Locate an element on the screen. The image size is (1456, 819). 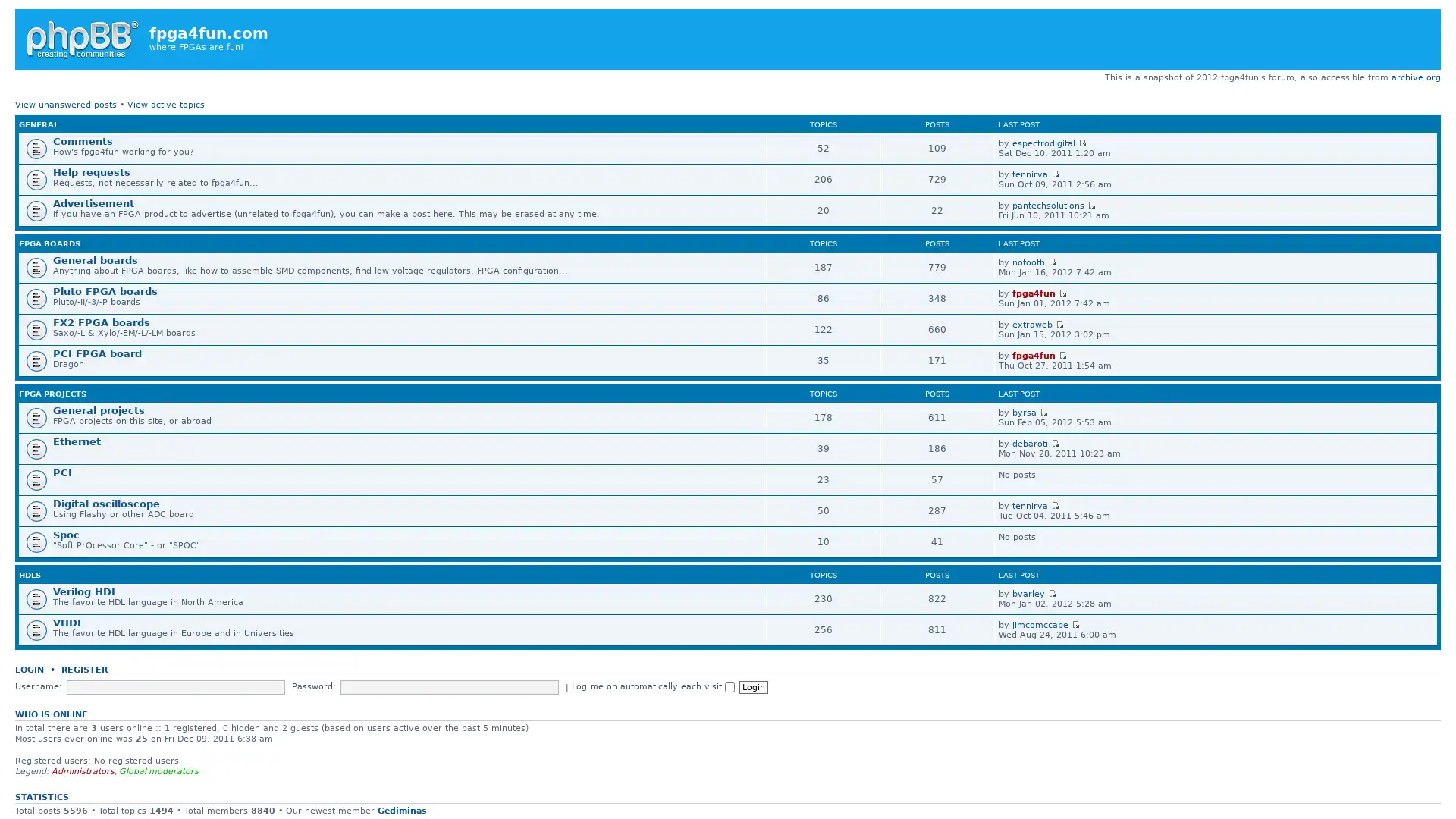
Login is located at coordinates (753, 686).